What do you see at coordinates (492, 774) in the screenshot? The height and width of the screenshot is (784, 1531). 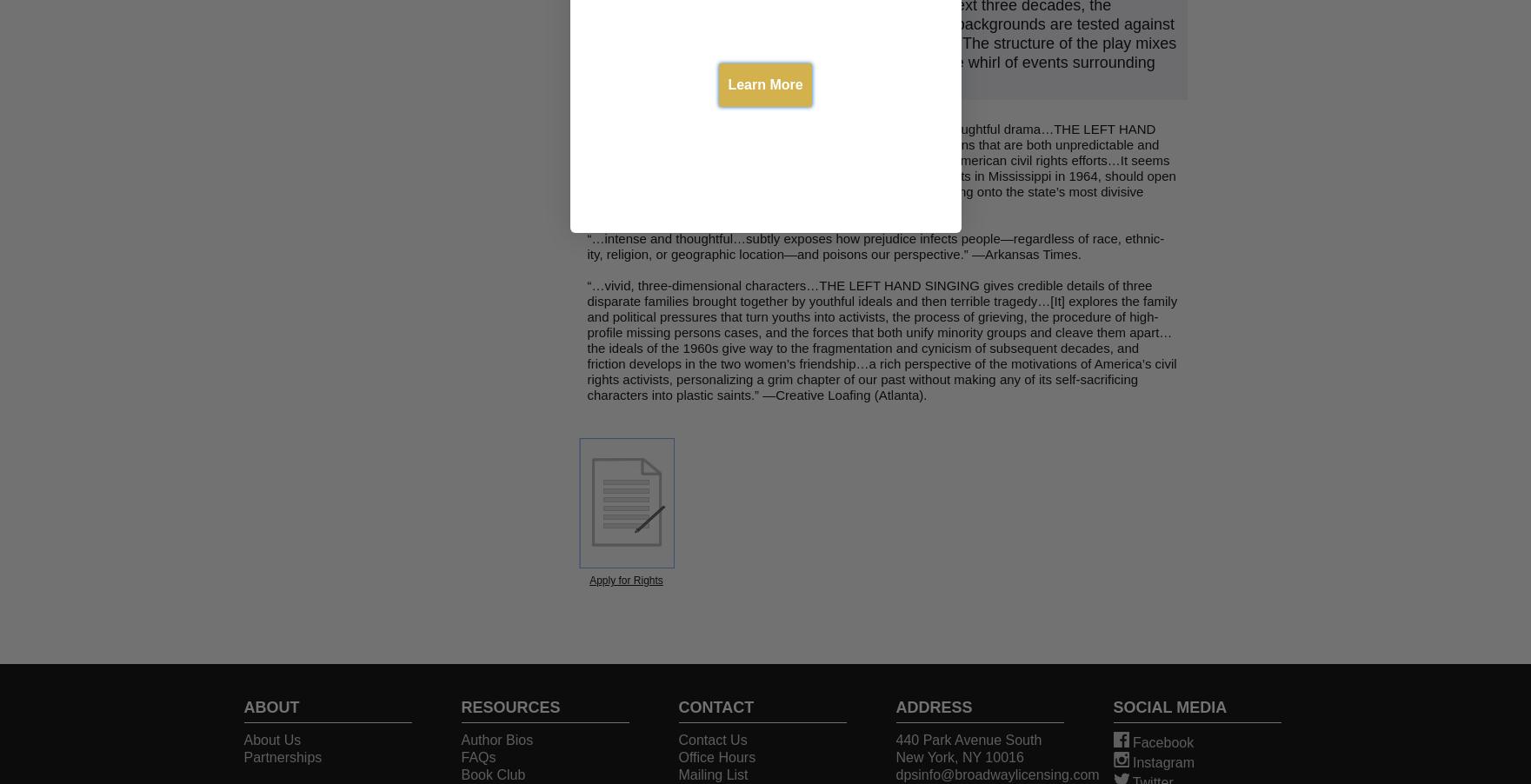 I see `'Book Club'` at bounding box center [492, 774].